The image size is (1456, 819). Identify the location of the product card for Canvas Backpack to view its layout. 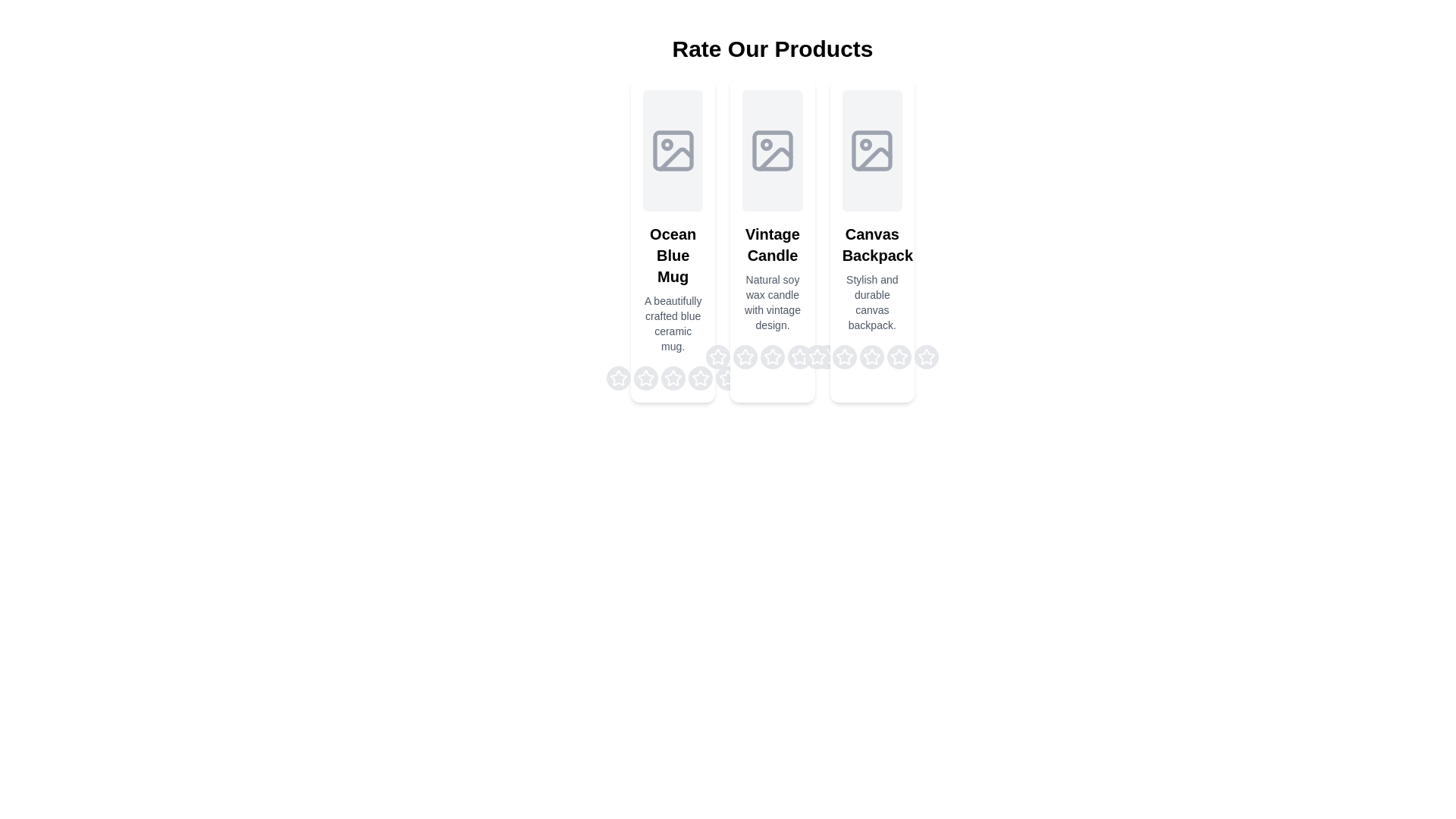
(872, 239).